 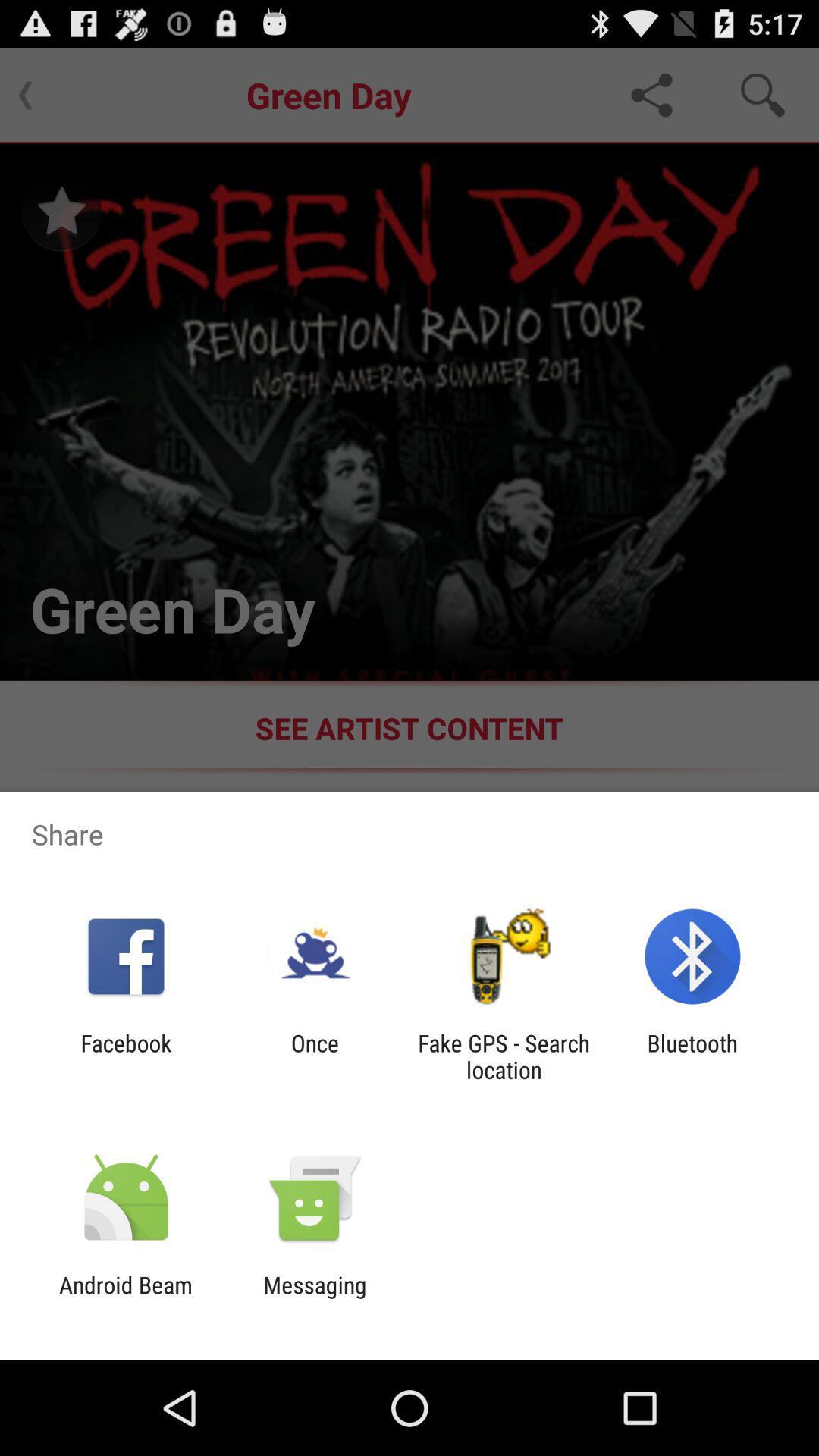 I want to click on the item to the left of the bluetooth icon, so click(x=504, y=1056).